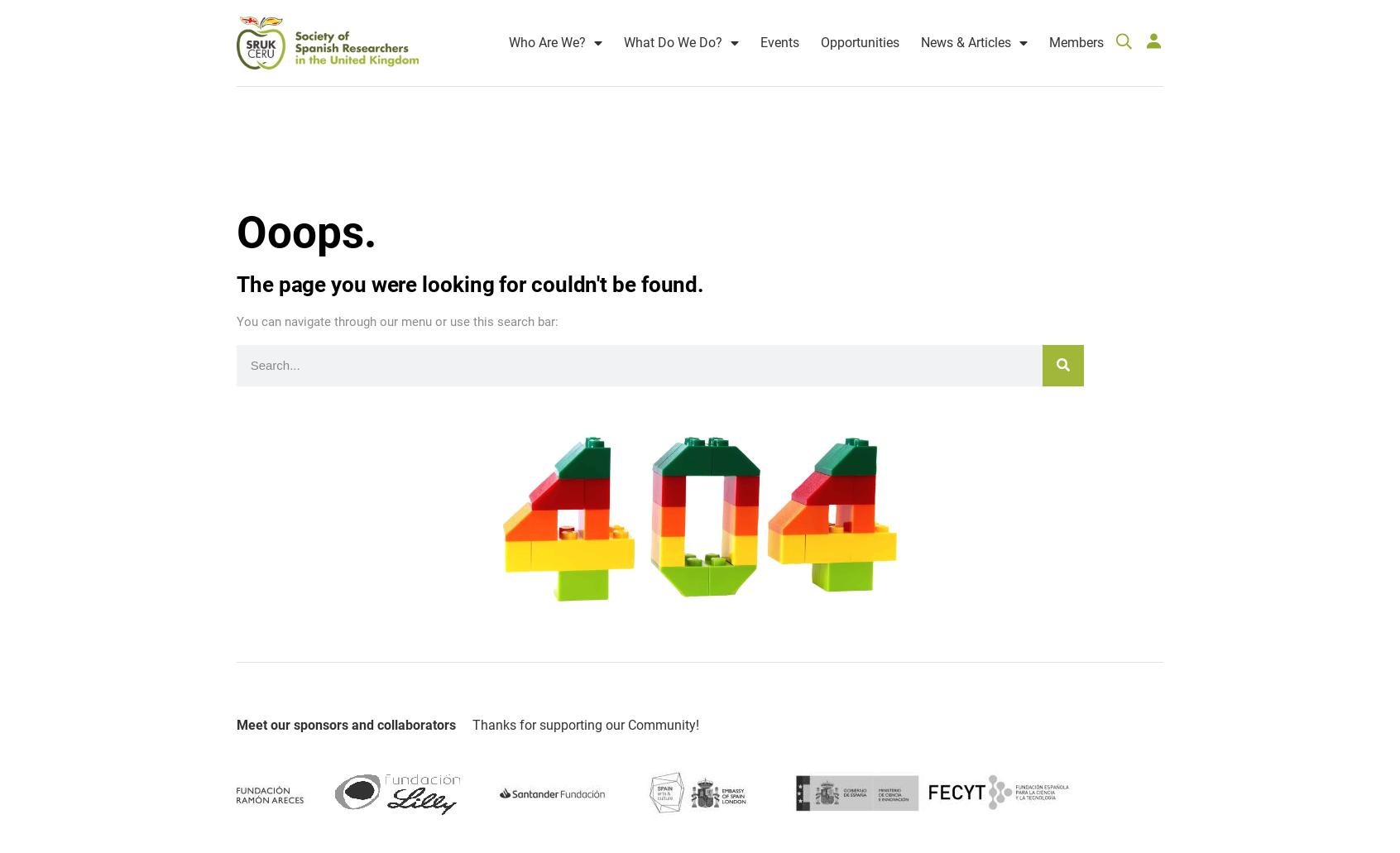  I want to click on 'You can navigate through our menu or use this search bar:', so click(396, 305).